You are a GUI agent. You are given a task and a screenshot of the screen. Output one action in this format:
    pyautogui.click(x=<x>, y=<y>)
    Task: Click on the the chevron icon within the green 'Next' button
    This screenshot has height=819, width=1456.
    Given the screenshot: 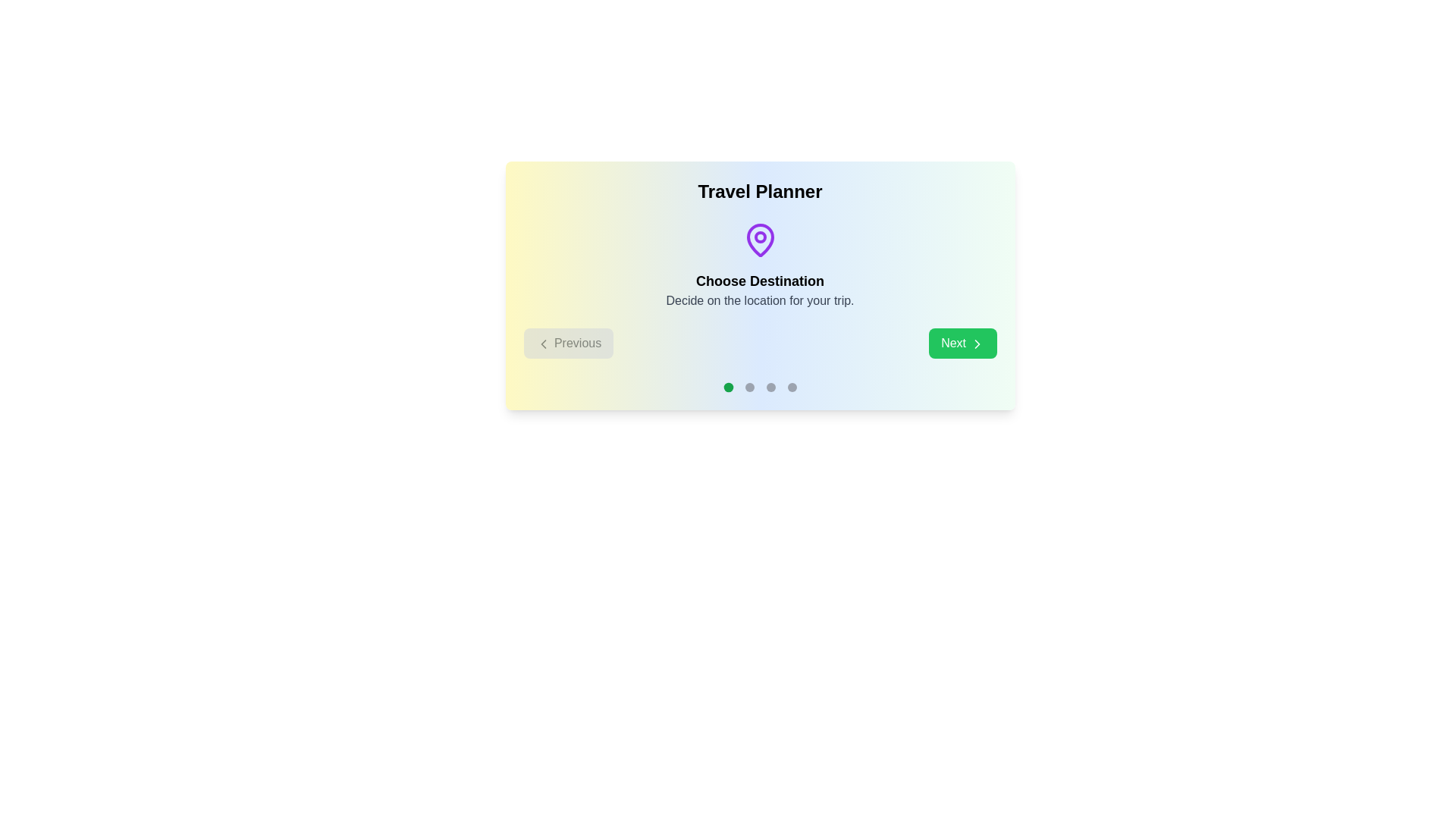 What is the action you would take?
    pyautogui.click(x=977, y=344)
    